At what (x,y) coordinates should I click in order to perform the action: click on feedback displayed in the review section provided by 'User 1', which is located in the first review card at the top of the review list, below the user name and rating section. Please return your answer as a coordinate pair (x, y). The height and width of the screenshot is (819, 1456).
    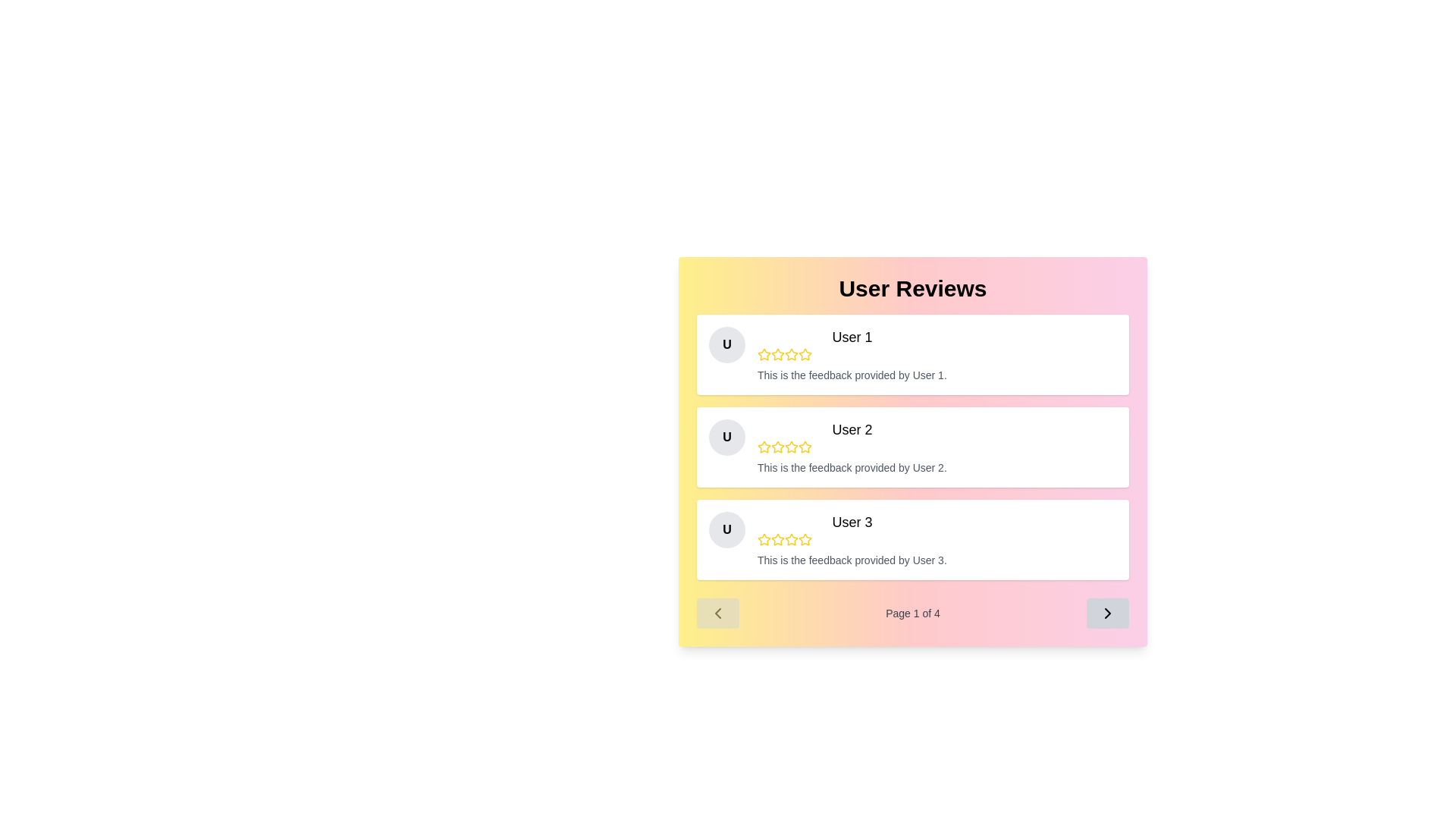
    Looking at the image, I should click on (852, 375).